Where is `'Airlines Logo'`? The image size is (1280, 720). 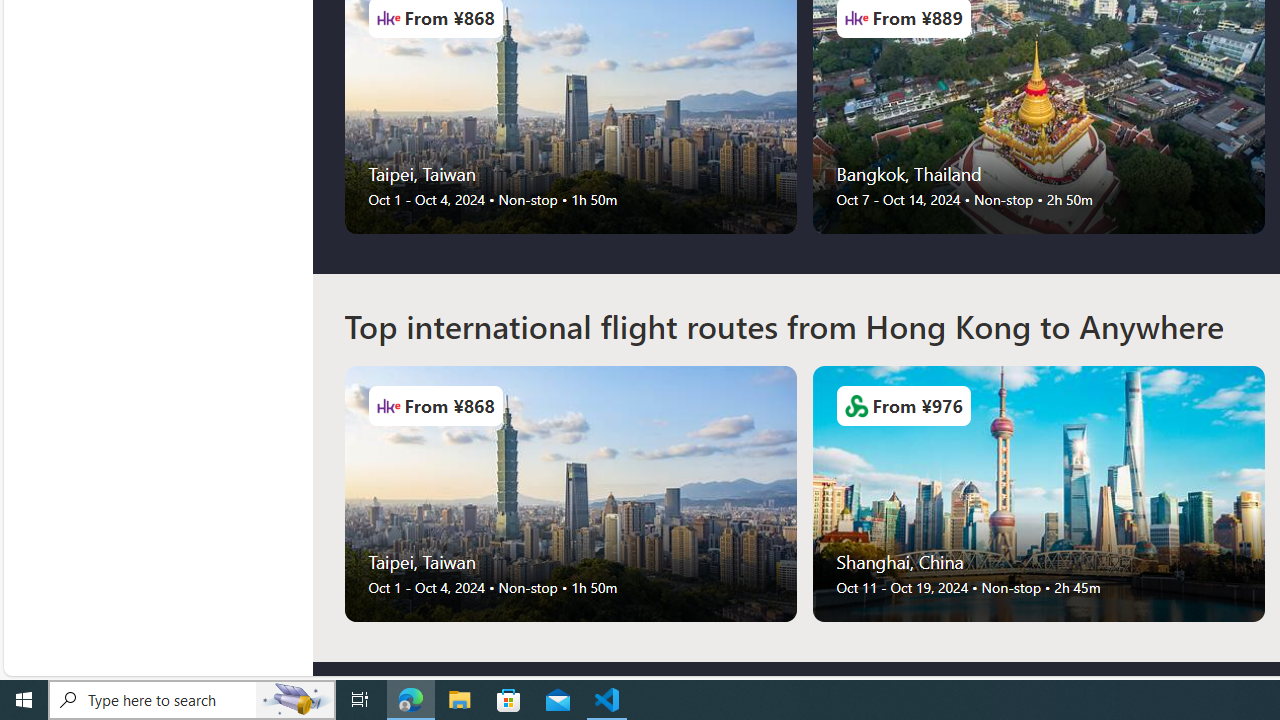
'Airlines Logo' is located at coordinates (856, 405).